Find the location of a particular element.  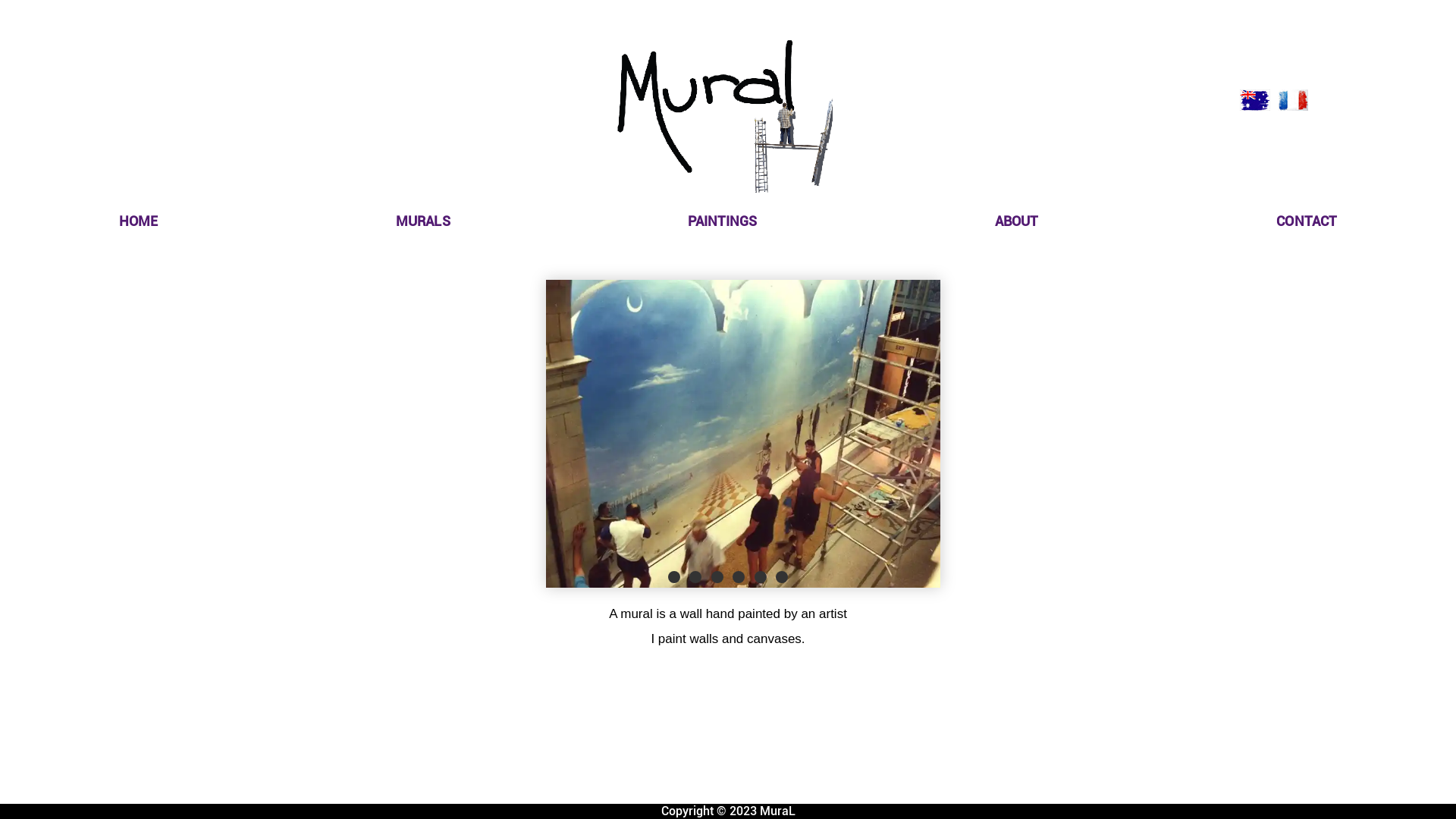

'english' is located at coordinates (1255, 100).